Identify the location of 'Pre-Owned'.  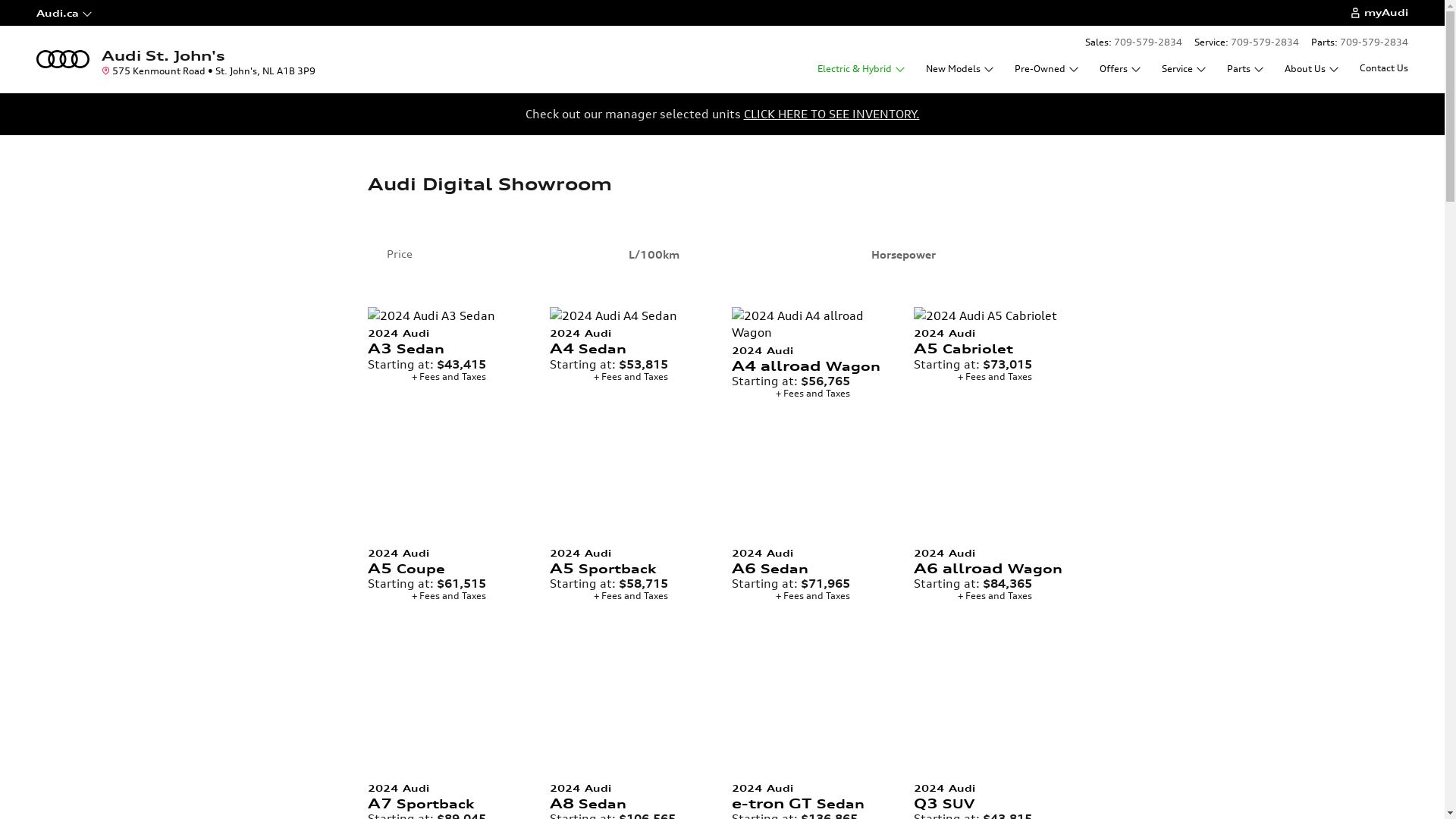
(1046, 68).